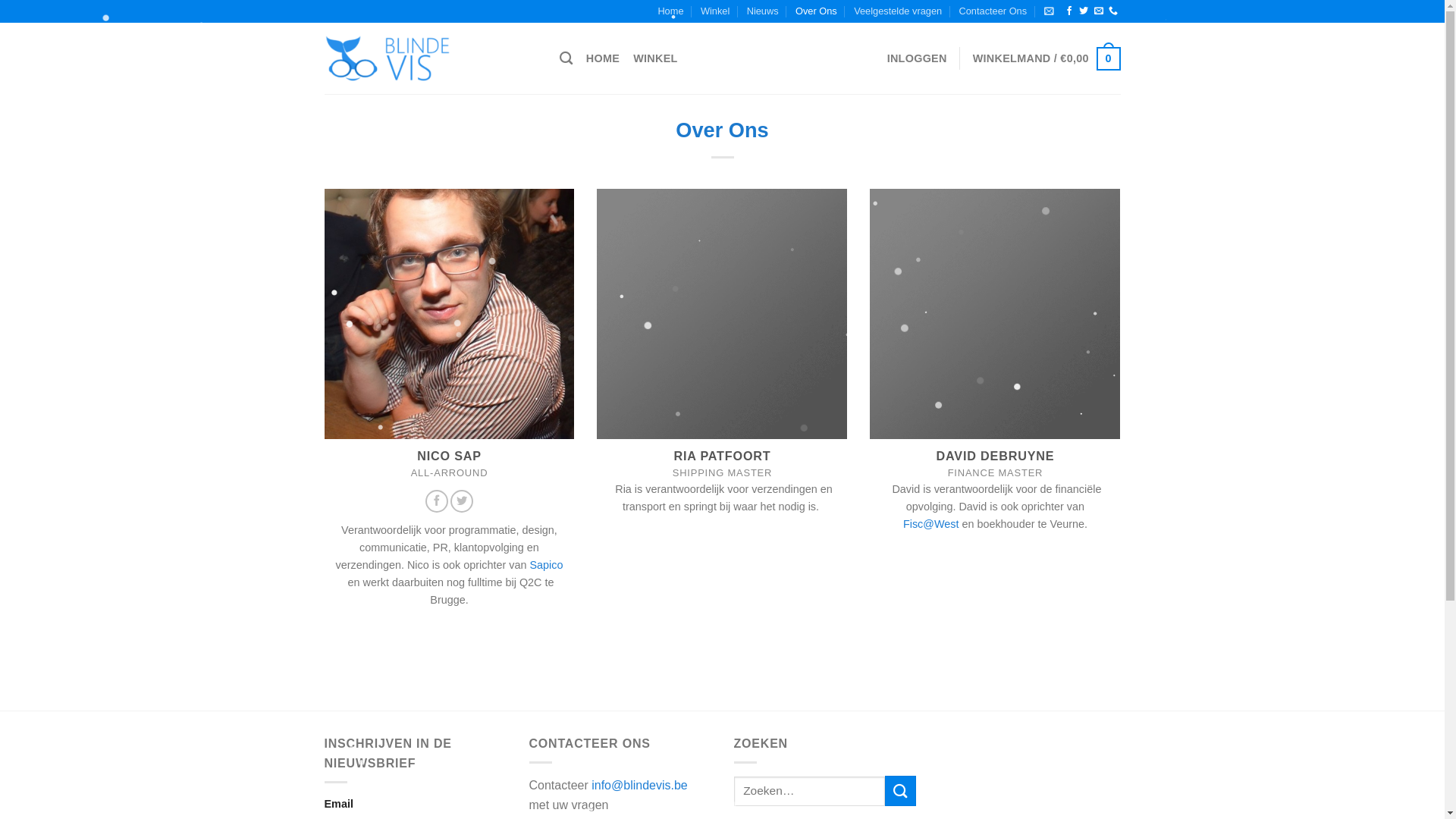  I want to click on 'Nieuws', so click(763, 11).